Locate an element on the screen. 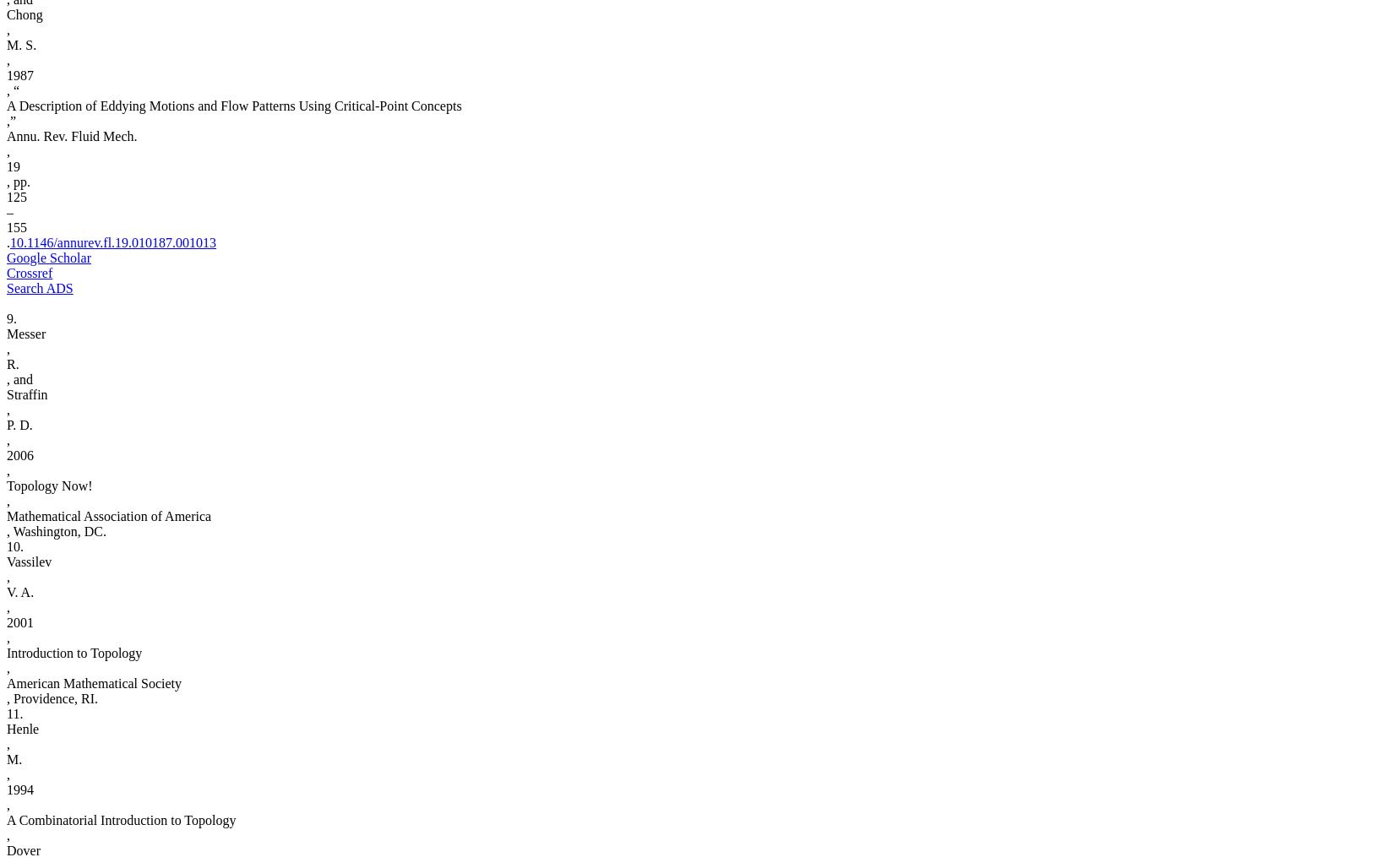 This screenshot has height=868, width=1399. 'P. D.' is located at coordinates (19, 424).